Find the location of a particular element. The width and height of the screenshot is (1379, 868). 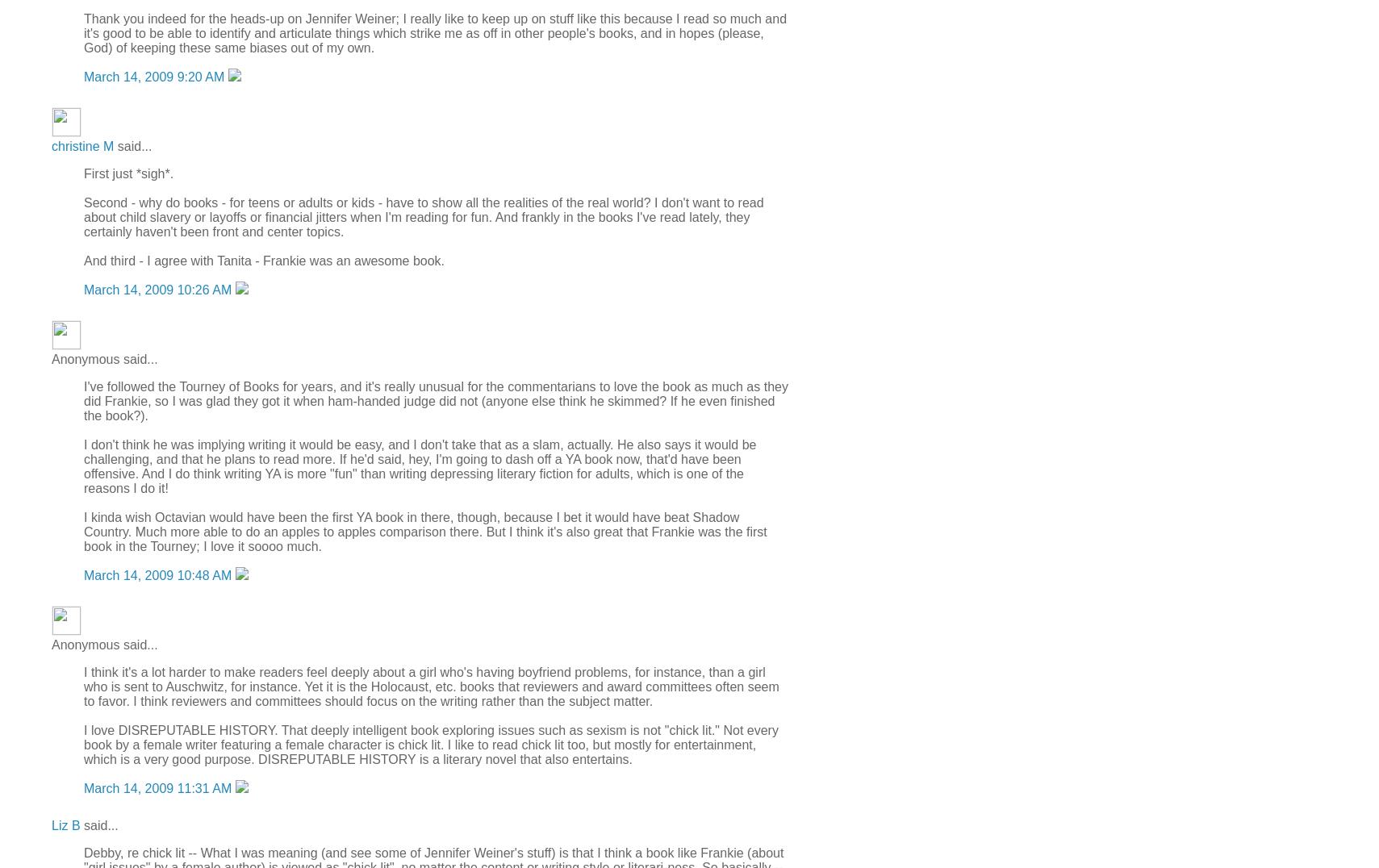

'First just *sigh*.' is located at coordinates (127, 172).